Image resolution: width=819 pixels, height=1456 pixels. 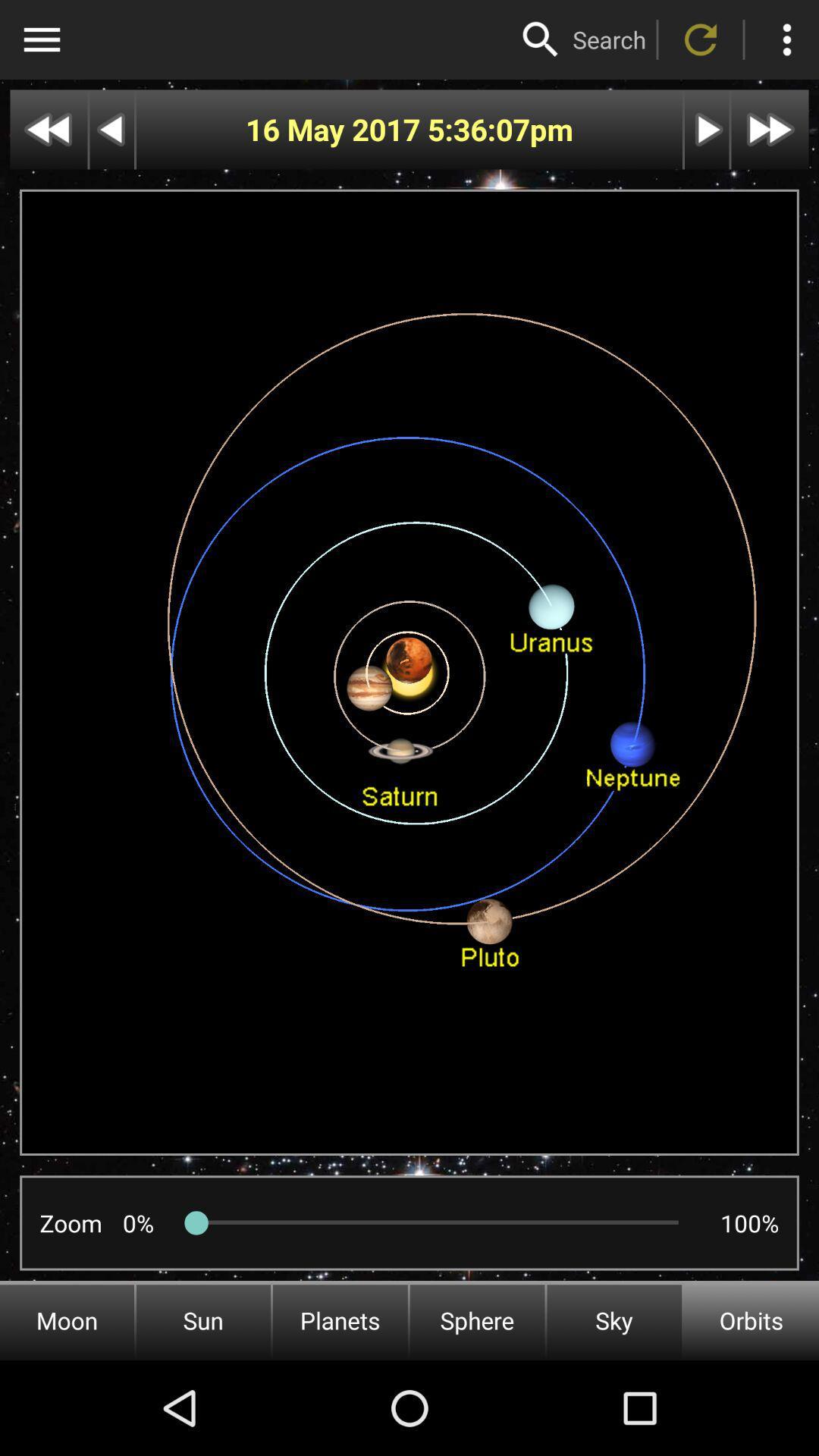 What do you see at coordinates (335, 130) in the screenshot?
I see `item next to 5:36:07 app` at bounding box center [335, 130].